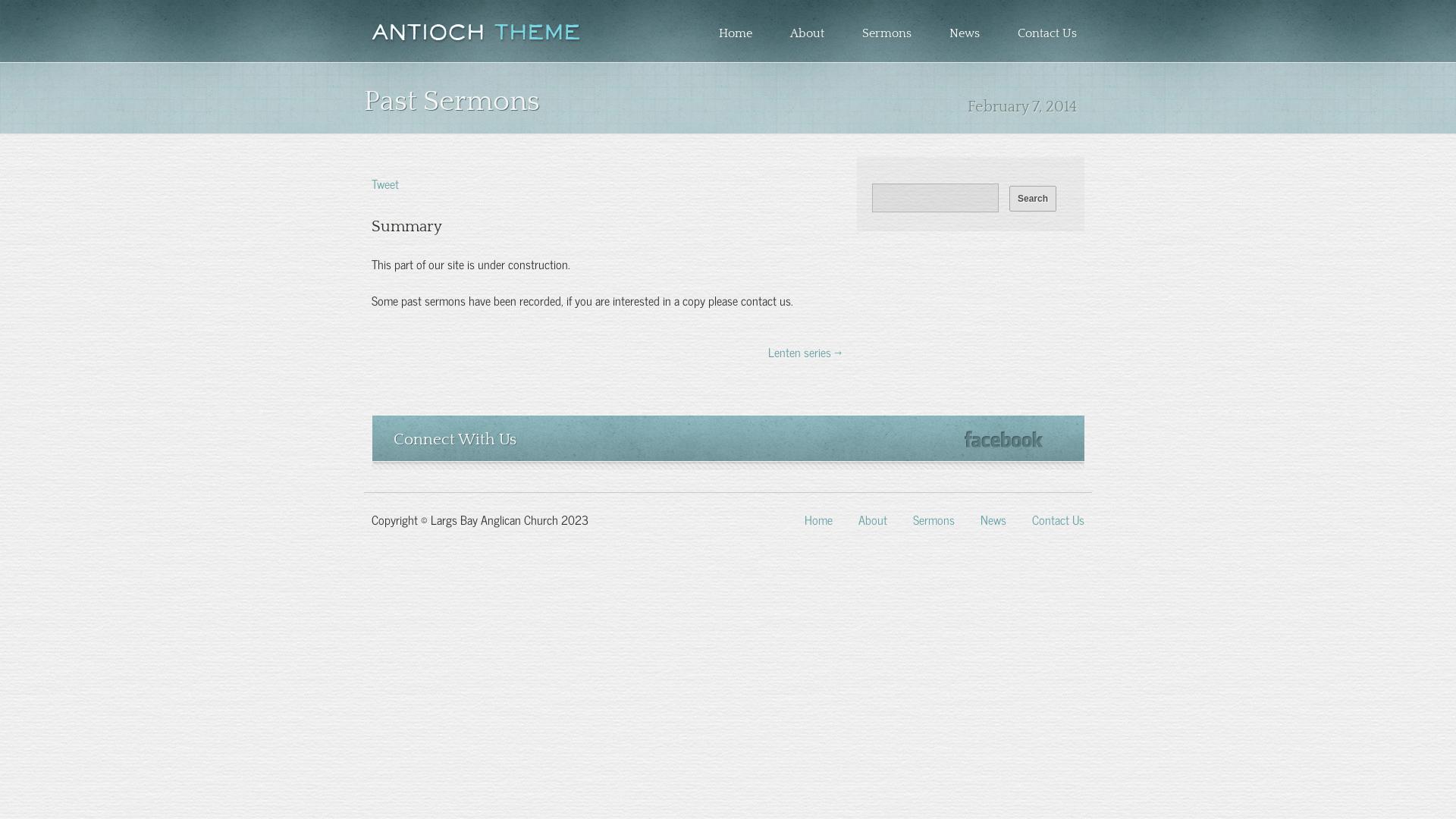  What do you see at coordinates (1003, 439) in the screenshot?
I see `'Facebook'` at bounding box center [1003, 439].